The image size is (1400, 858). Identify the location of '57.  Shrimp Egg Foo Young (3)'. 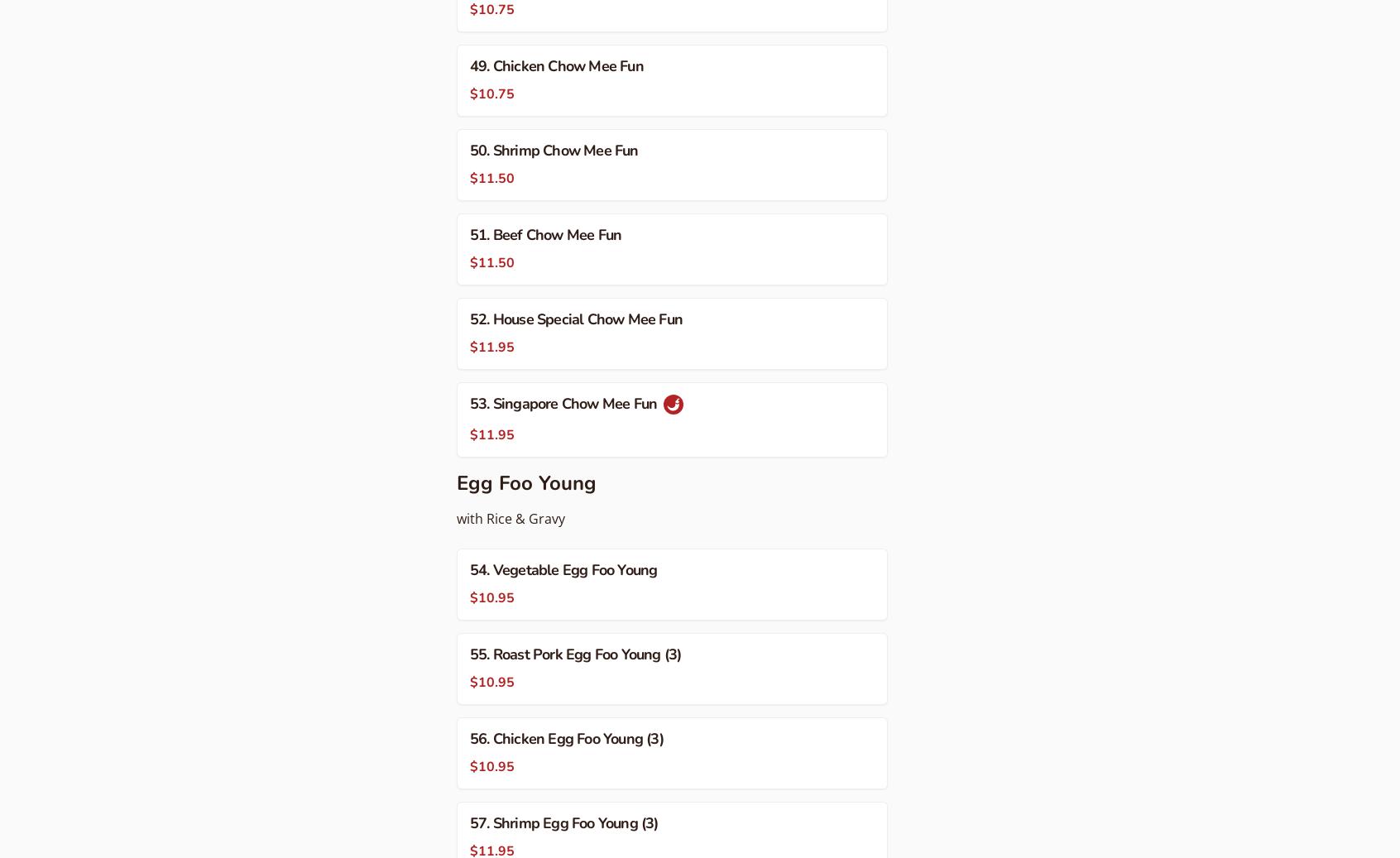
(563, 823).